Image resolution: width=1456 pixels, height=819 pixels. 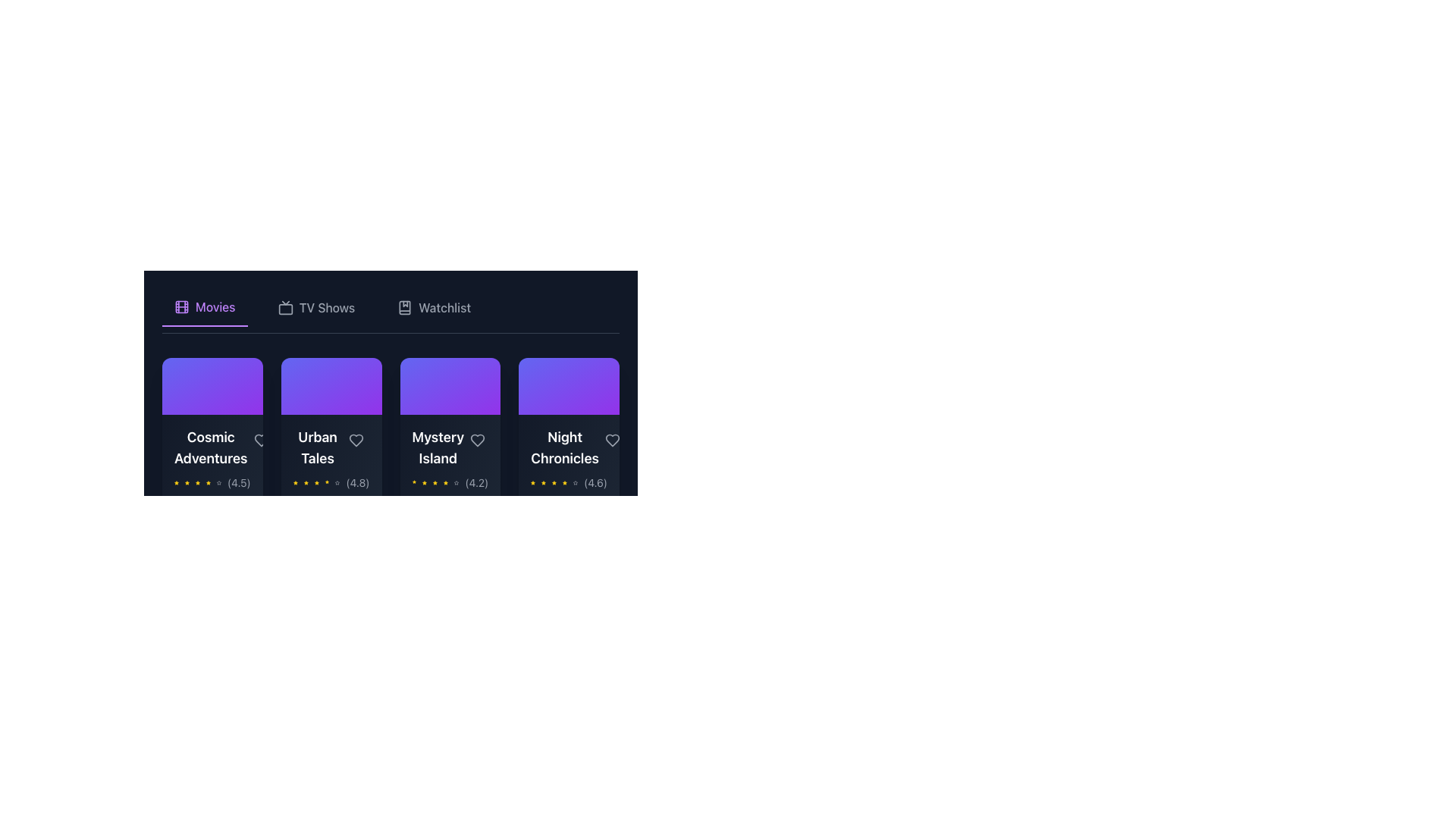 I want to click on the fourth star icon in the rating display for the movie 'Cosmic Adventures', so click(x=207, y=482).